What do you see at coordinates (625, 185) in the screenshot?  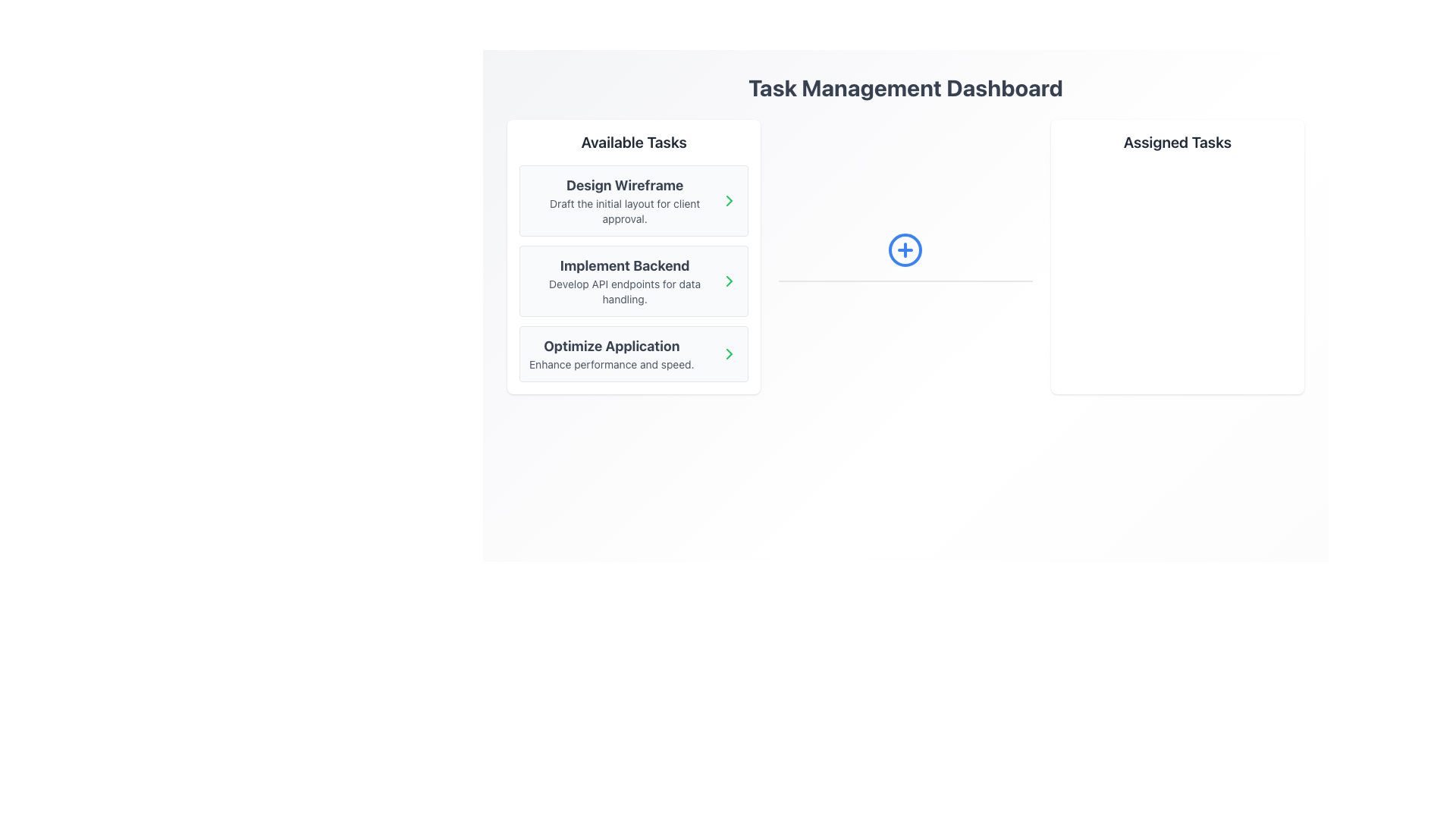 I see `text label that displays 'Design Wireframe', which is the title of the first task in the 'Available Tasks' section` at bounding box center [625, 185].